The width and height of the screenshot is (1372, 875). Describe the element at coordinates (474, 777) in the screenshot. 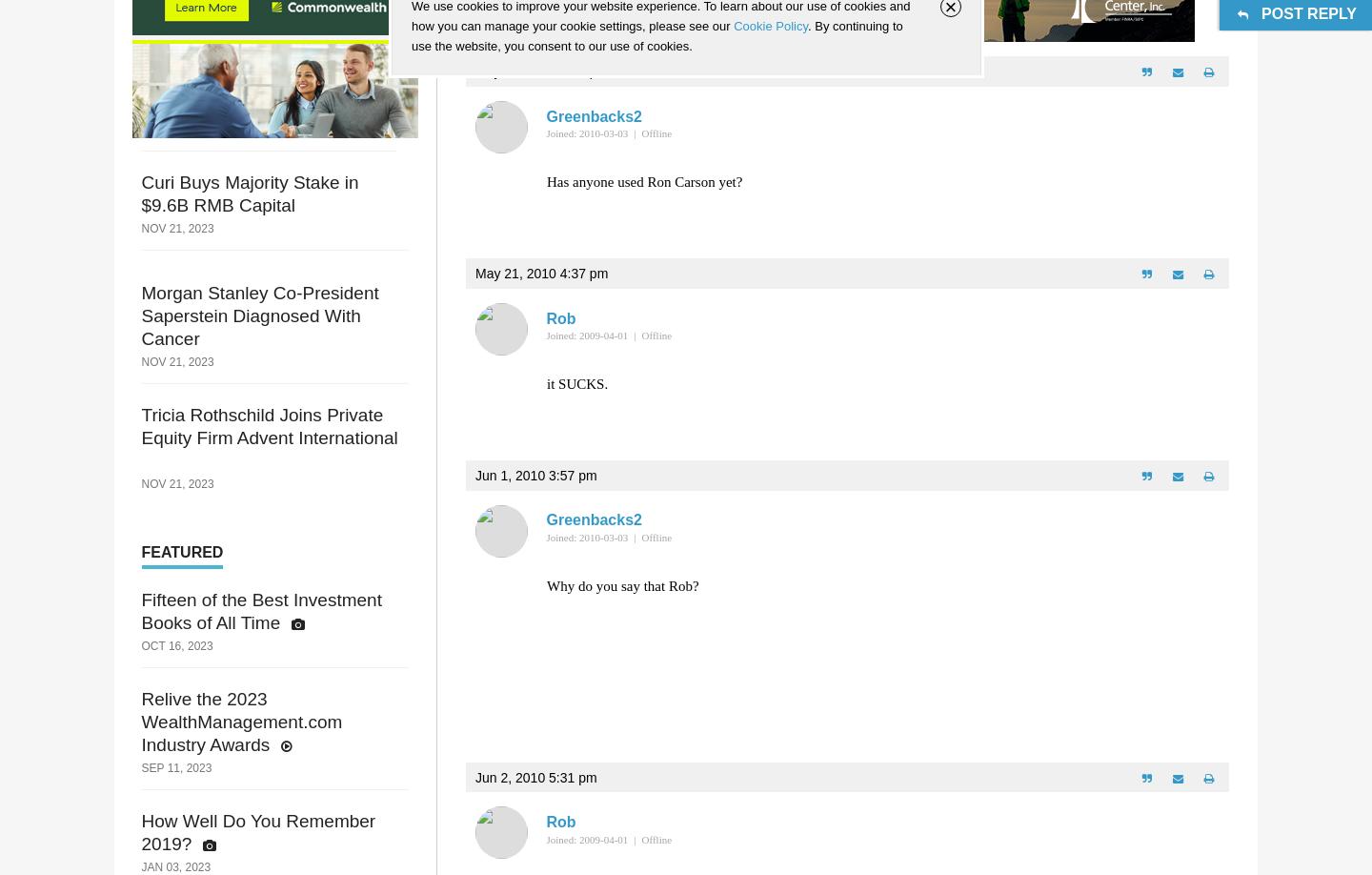

I see `'Jun 2, 2010 5:31 pm'` at that location.